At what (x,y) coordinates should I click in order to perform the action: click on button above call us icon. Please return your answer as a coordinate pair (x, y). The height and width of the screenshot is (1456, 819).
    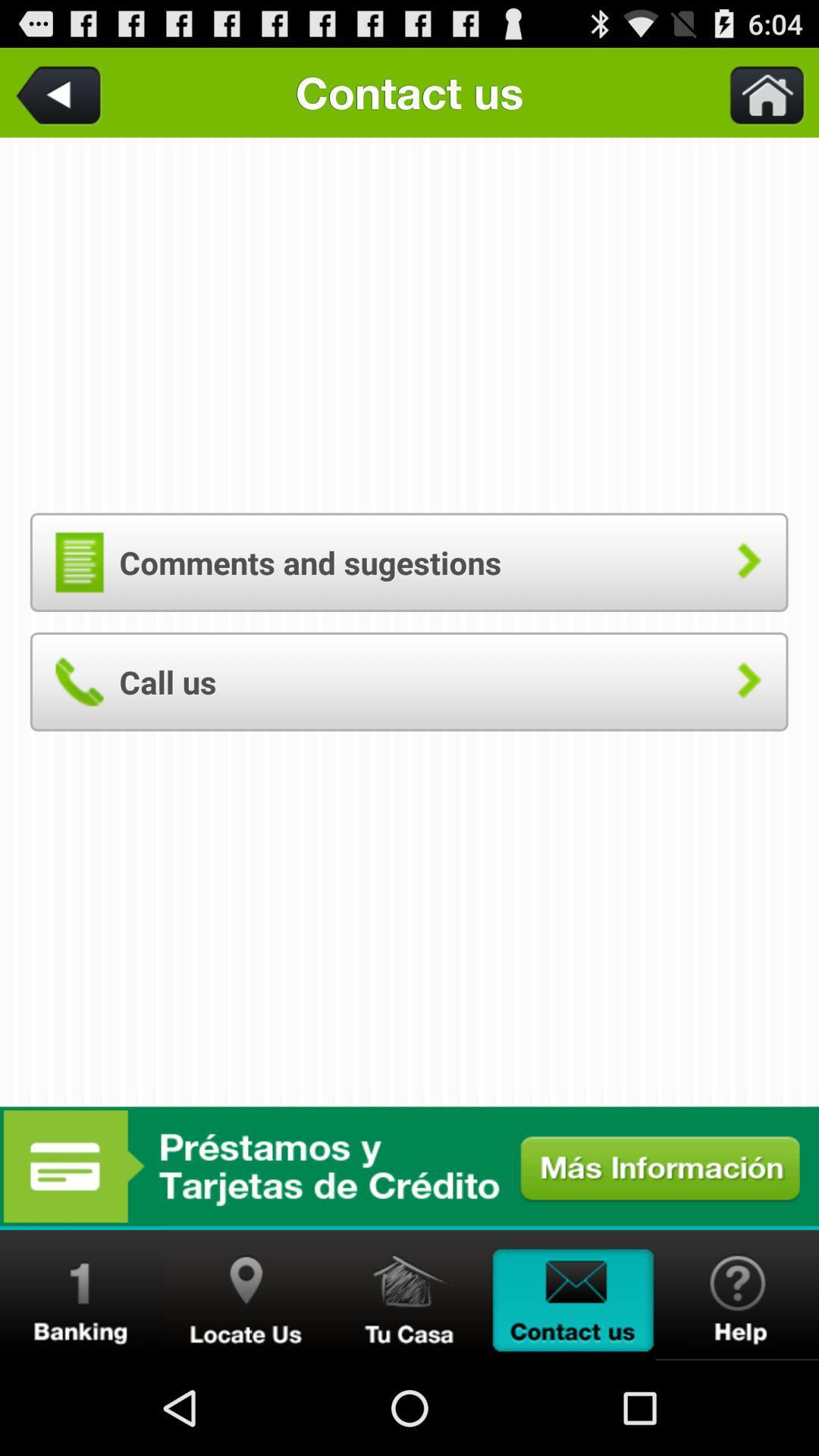
    Looking at the image, I should click on (408, 561).